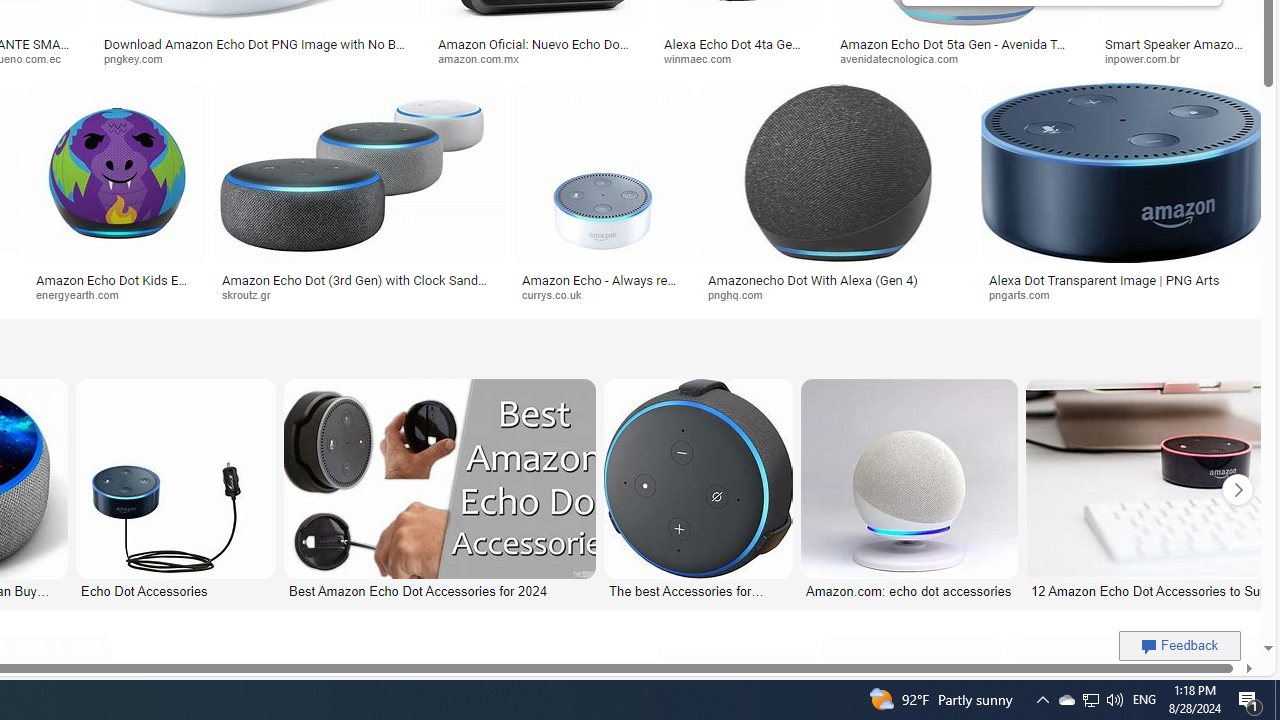 Image resolution: width=1280 pixels, height=720 pixels. What do you see at coordinates (485, 57) in the screenshot?
I see `'amazon.com.mx'` at bounding box center [485, 57].